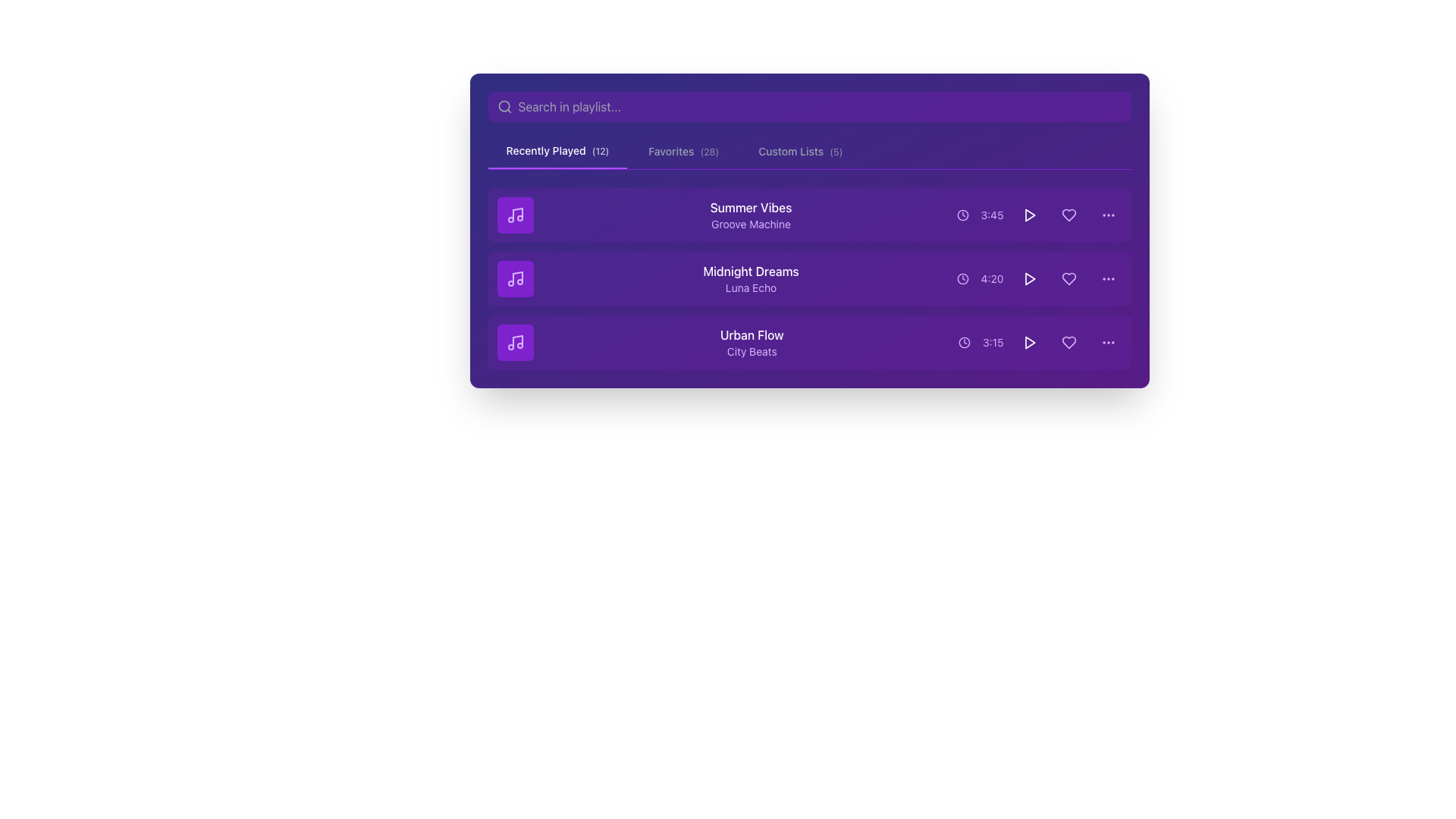 The height and width of the screenshot is (819, 1456). What do you see at coordinates (1029, 278) in the screenshot?
I see `the triangular play button` at bounding box center [1029, 278].